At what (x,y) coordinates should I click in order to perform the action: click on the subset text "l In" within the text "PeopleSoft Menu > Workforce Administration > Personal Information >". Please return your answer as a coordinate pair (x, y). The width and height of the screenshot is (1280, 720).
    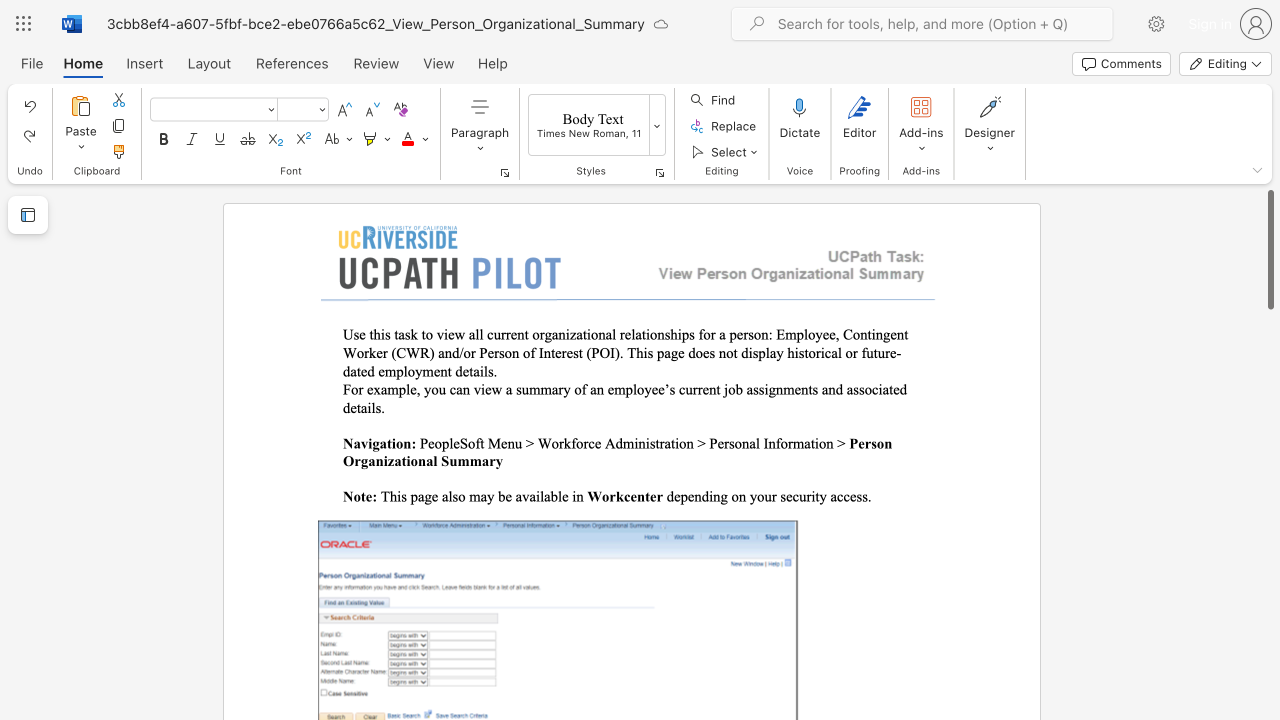
    Looking at the image, I should click on (754, 442).